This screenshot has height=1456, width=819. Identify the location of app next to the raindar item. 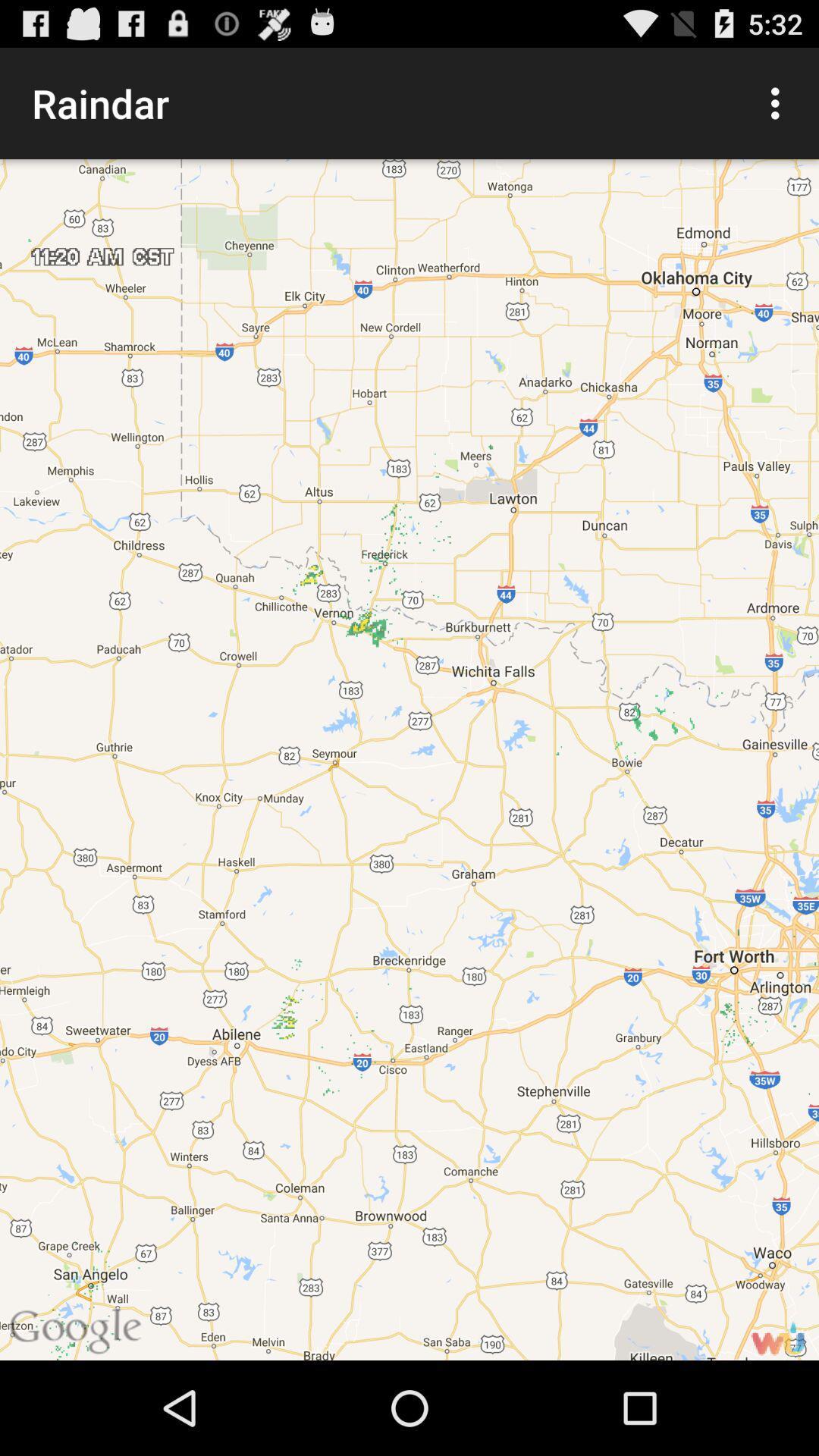
(779, 102).